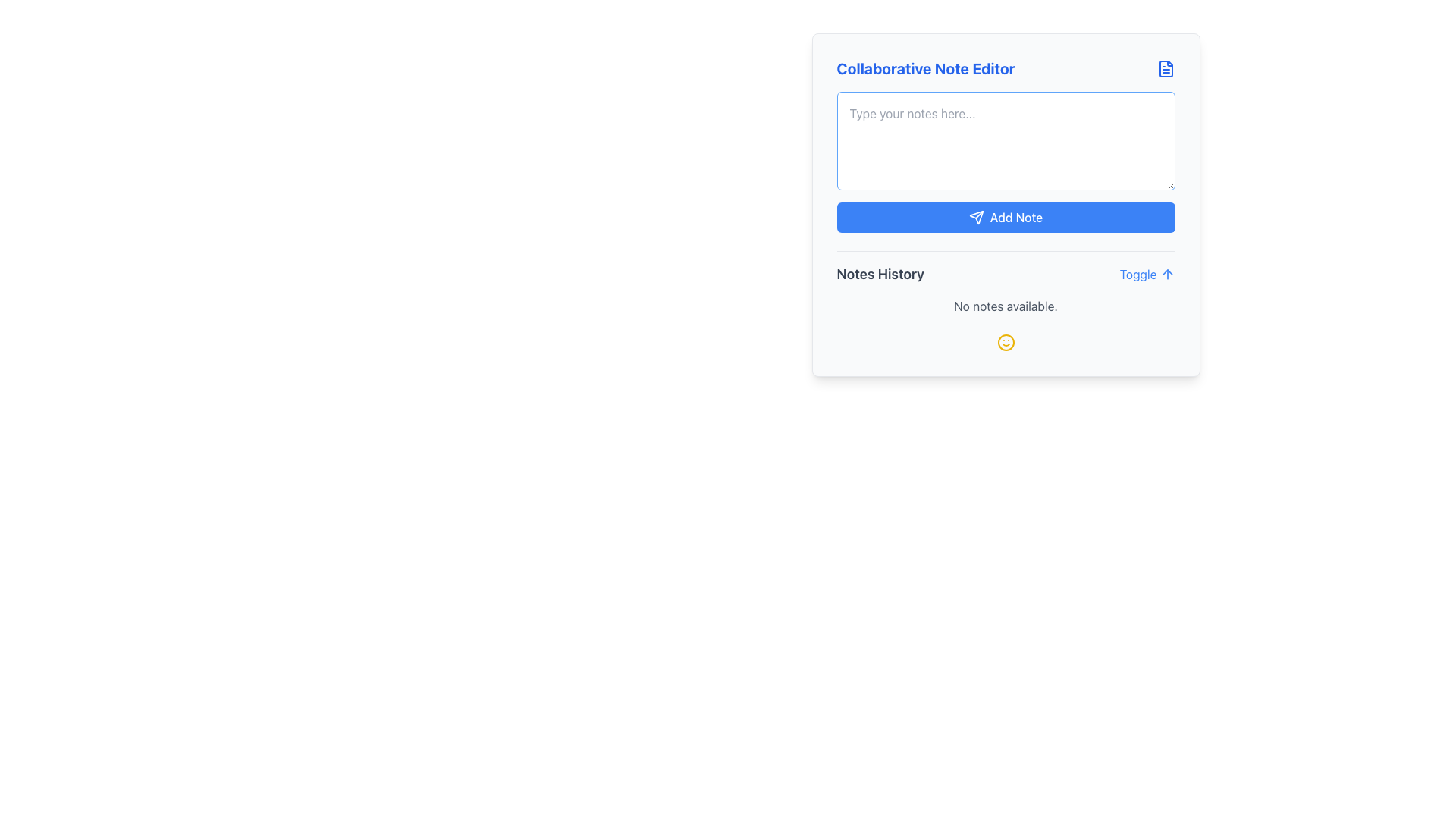 Image resolution: width=1456 pixels, height=819 pixels. Describe the element at coordinates (976, 217) in the screenshot. I see `the stylized paper airplane icon located within the 'Add Note' button, which is rendered in white and positioned towards the left side of the button` at that location.